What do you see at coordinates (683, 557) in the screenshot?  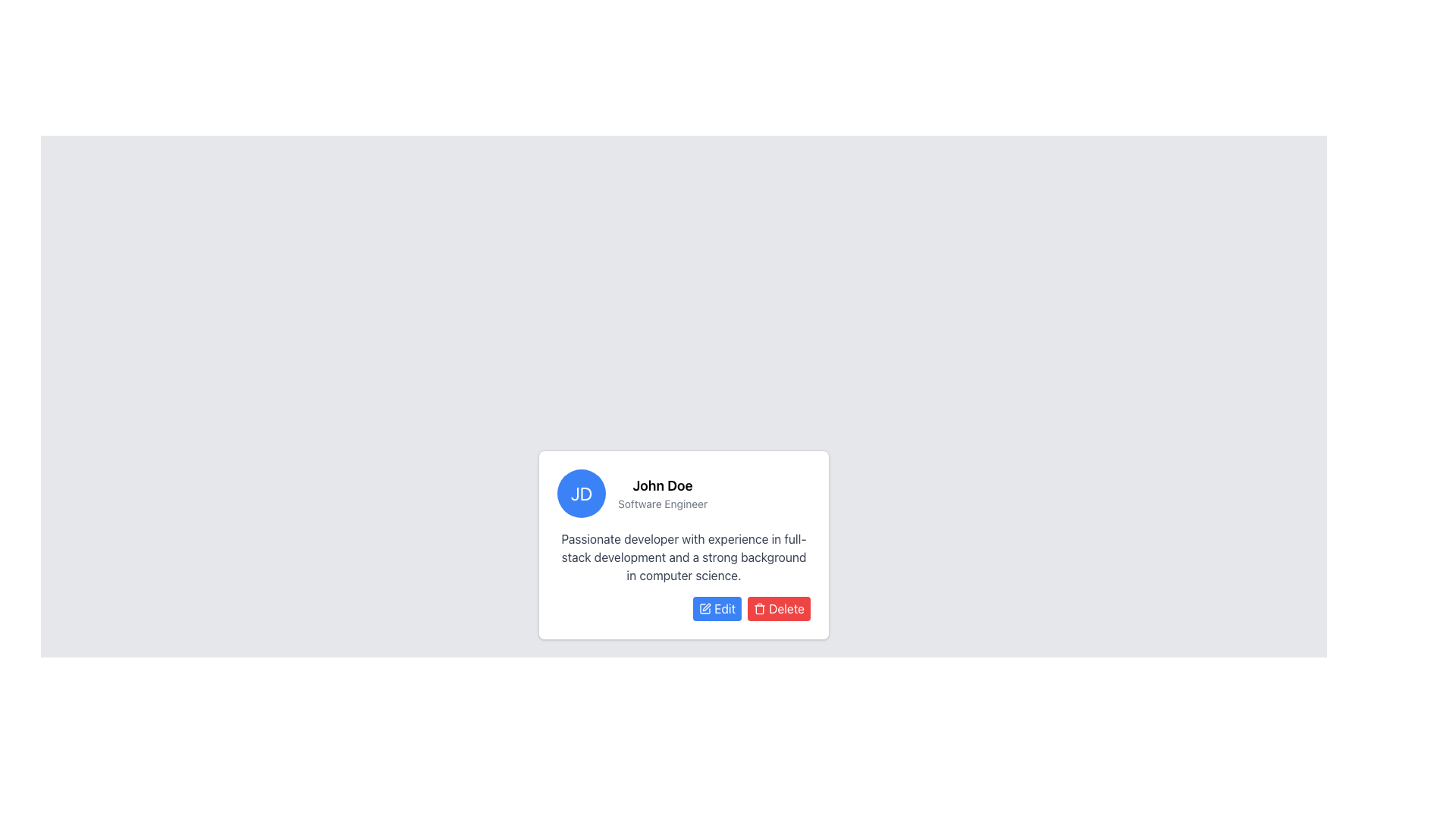 I see `text from the Text Block located below the name 'John Doe' and title 'Software Engineer' in the profile card, centered horizontally above the Edit and Delete buttons` at bounding box center [683, 557].